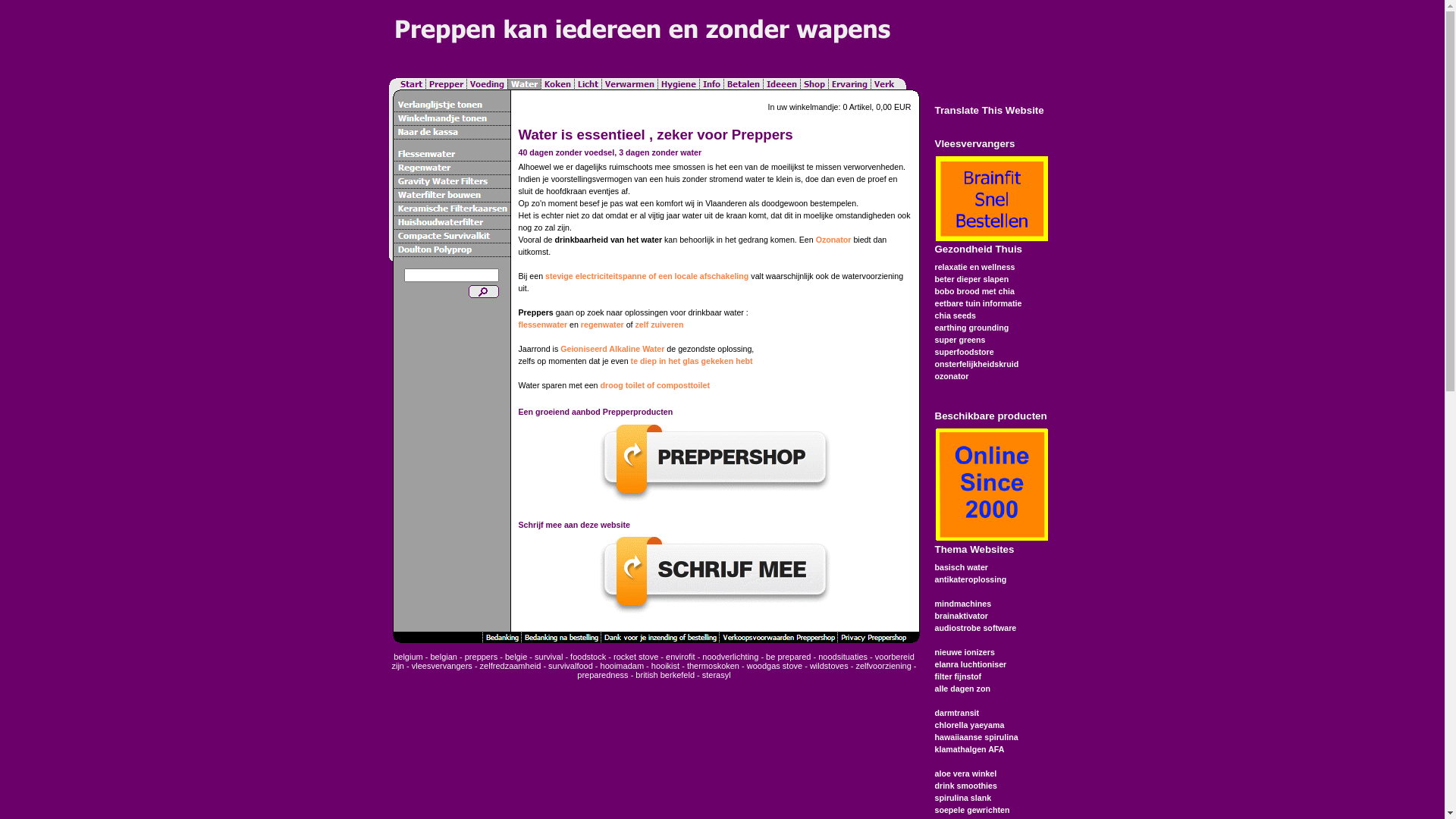  What do you see at coordinates (964, 785) in the screenshot?
I see `'drink smoothies'` at bounding box center [964, 785].